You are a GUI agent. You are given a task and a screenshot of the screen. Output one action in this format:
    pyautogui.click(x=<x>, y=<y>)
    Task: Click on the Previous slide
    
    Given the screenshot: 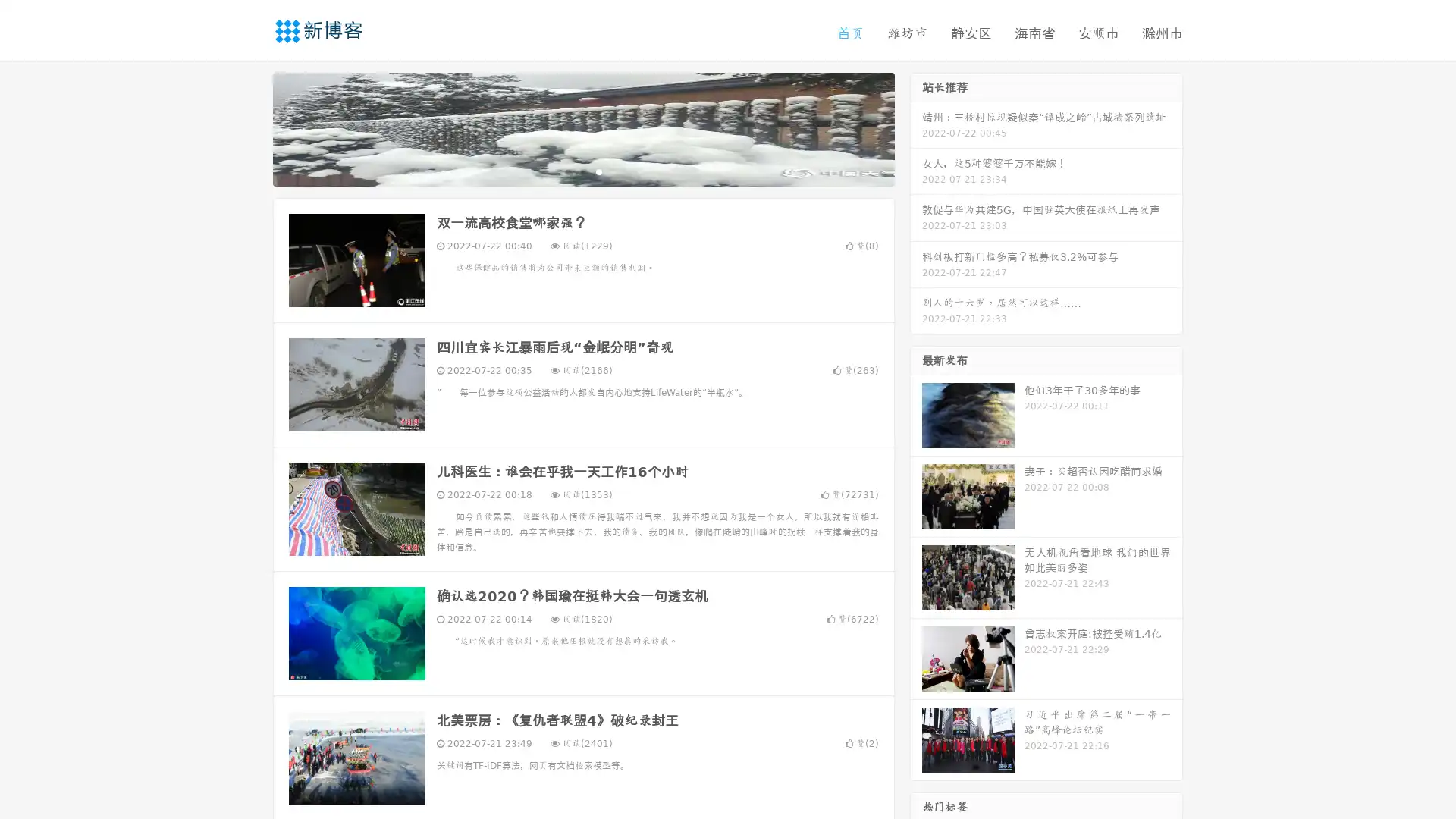 What is the action you would take?
    pyautogui.click(x=250, y=127)
    